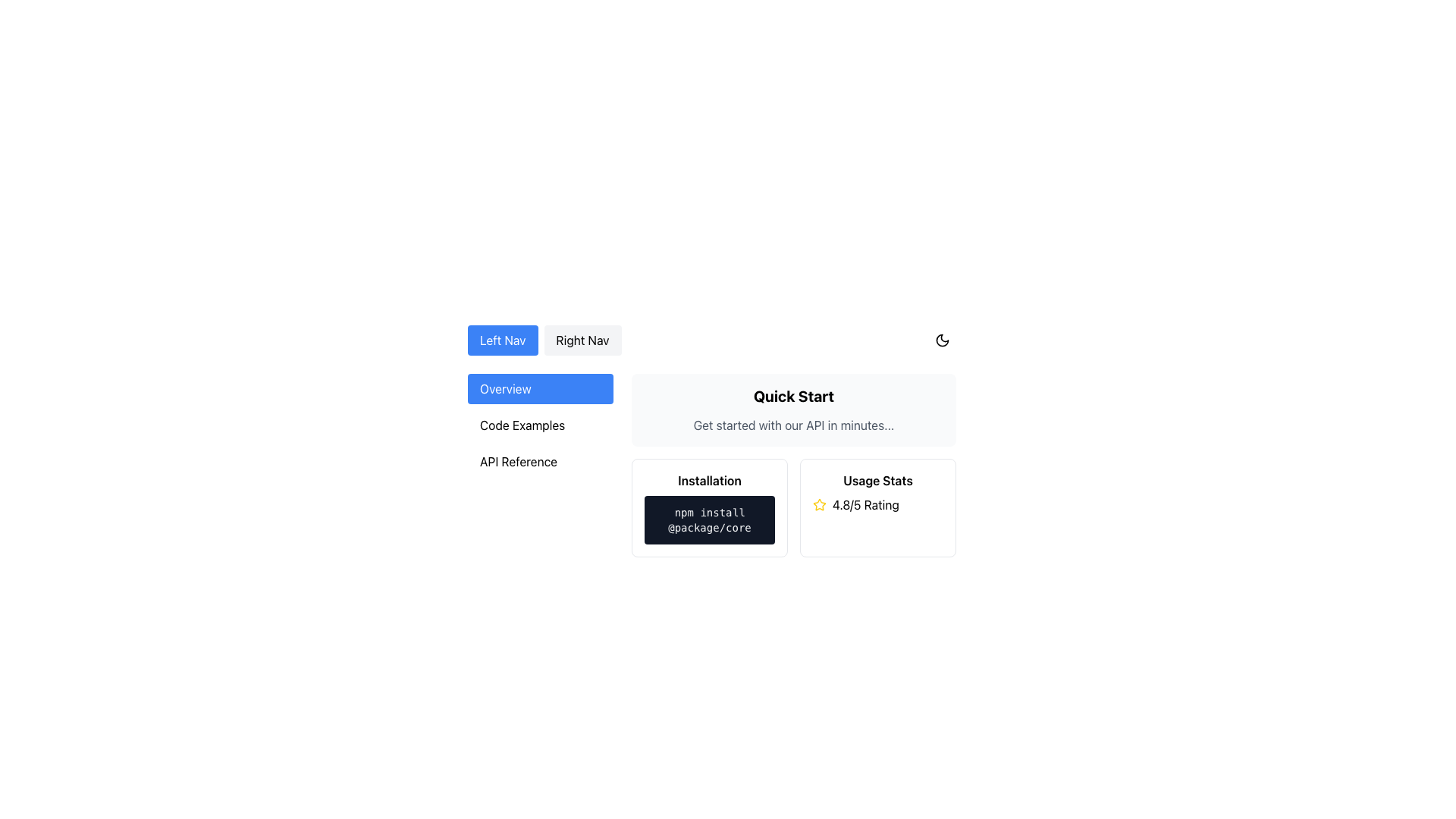  Describe the element at coordinates (544, 339) in the screenshot. I see `the group of navigation buttons that allows users to toggle between 'Left Nav' and 'Right Nav', located in the top-left of the interface, close to the horizontal center` at that location.